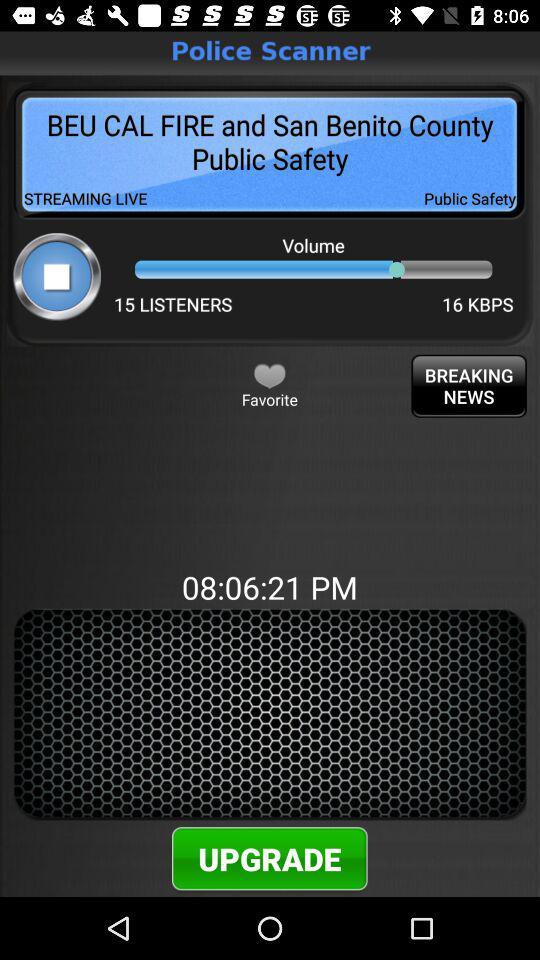 Image resolution: width=540 pixels, height=960 pixels. I want to click on the icon next to the favorite icon, so click(469, 385).